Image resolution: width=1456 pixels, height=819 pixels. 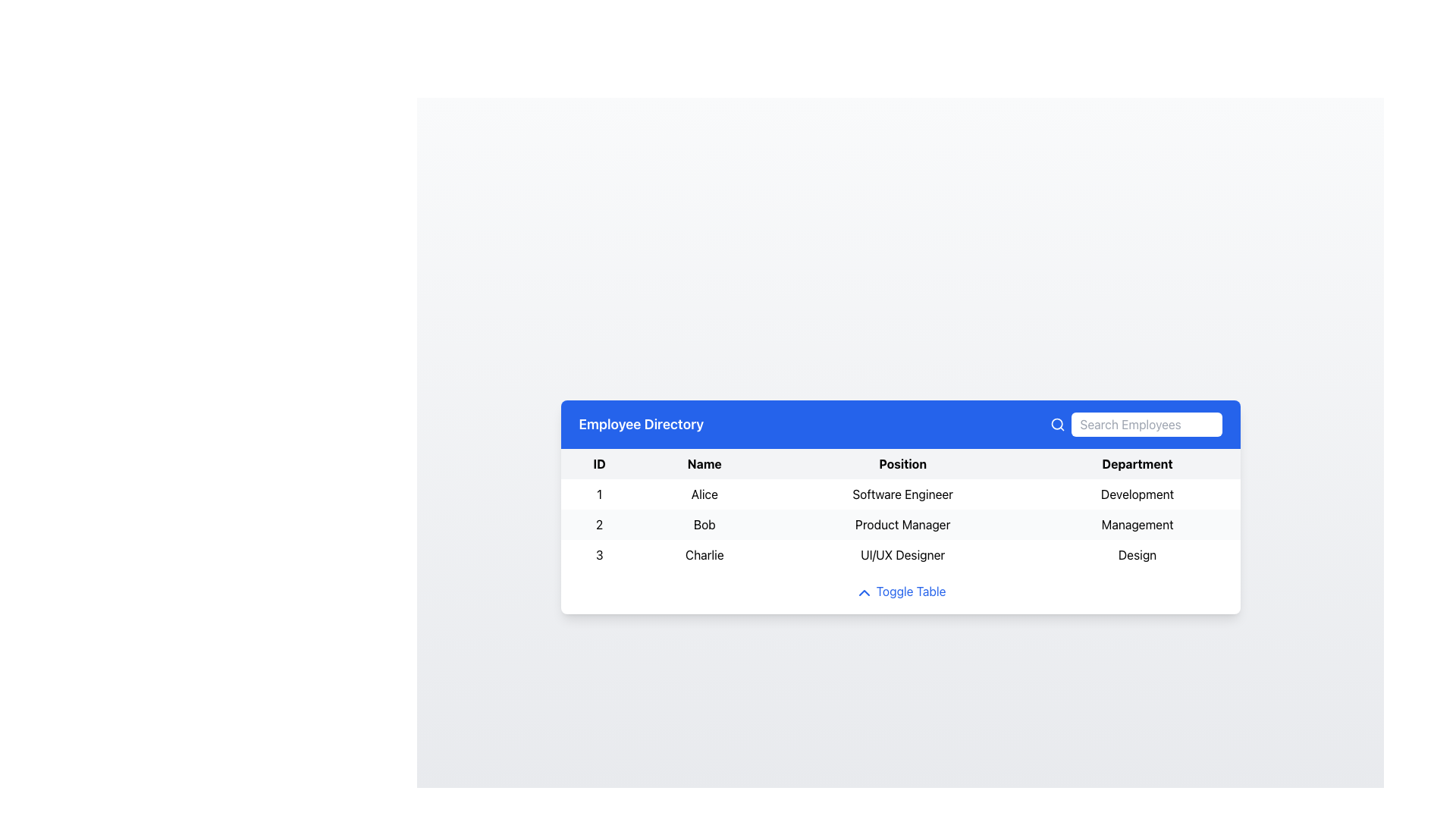 I want to click on text displayed in the 'Design' label, which is located in the last column of the table row associated with user 'Charlie', so click(x=1137, y=555).